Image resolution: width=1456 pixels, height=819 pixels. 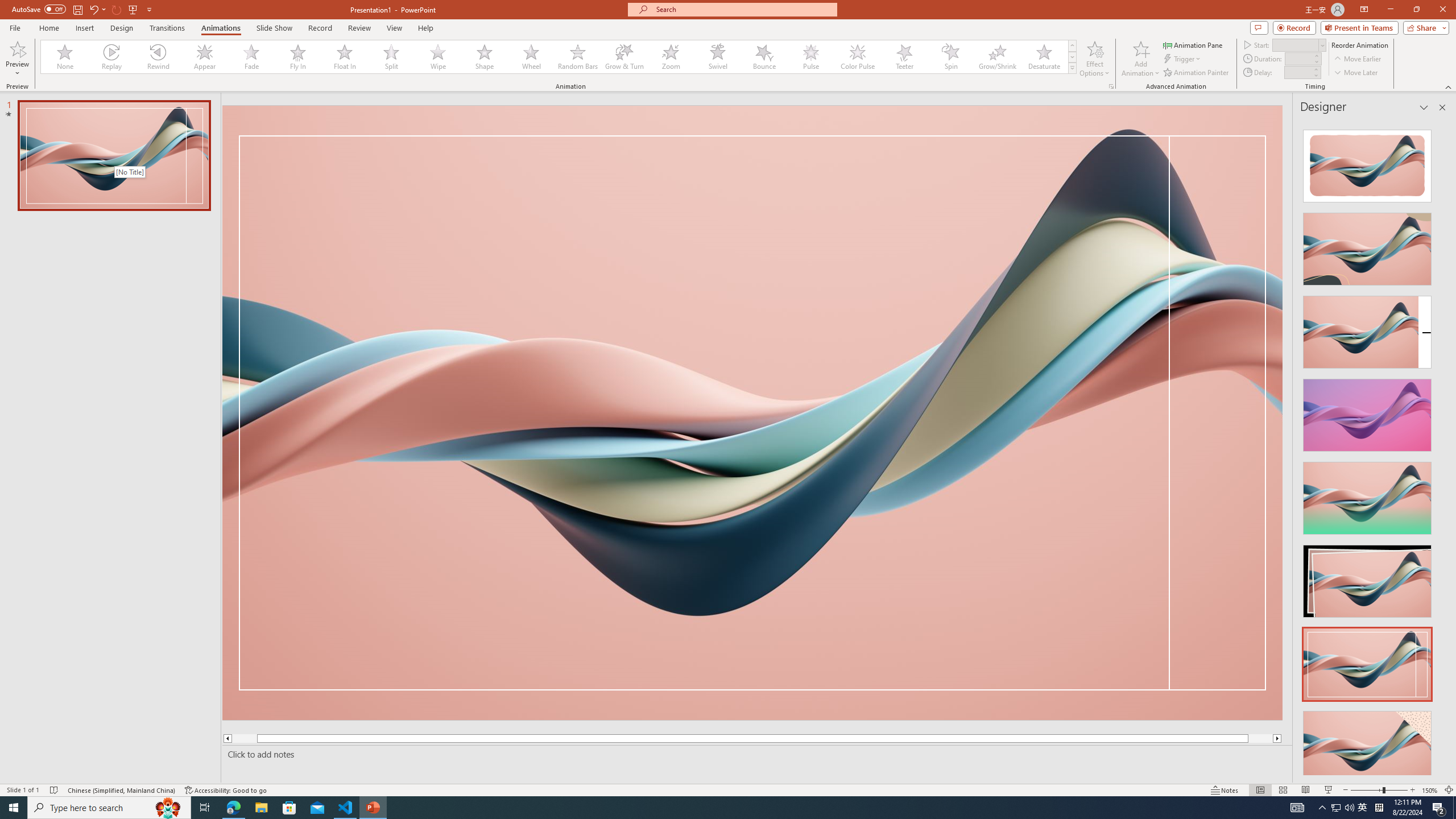 I want to click on 'Replay', so click(x=111, y=56).